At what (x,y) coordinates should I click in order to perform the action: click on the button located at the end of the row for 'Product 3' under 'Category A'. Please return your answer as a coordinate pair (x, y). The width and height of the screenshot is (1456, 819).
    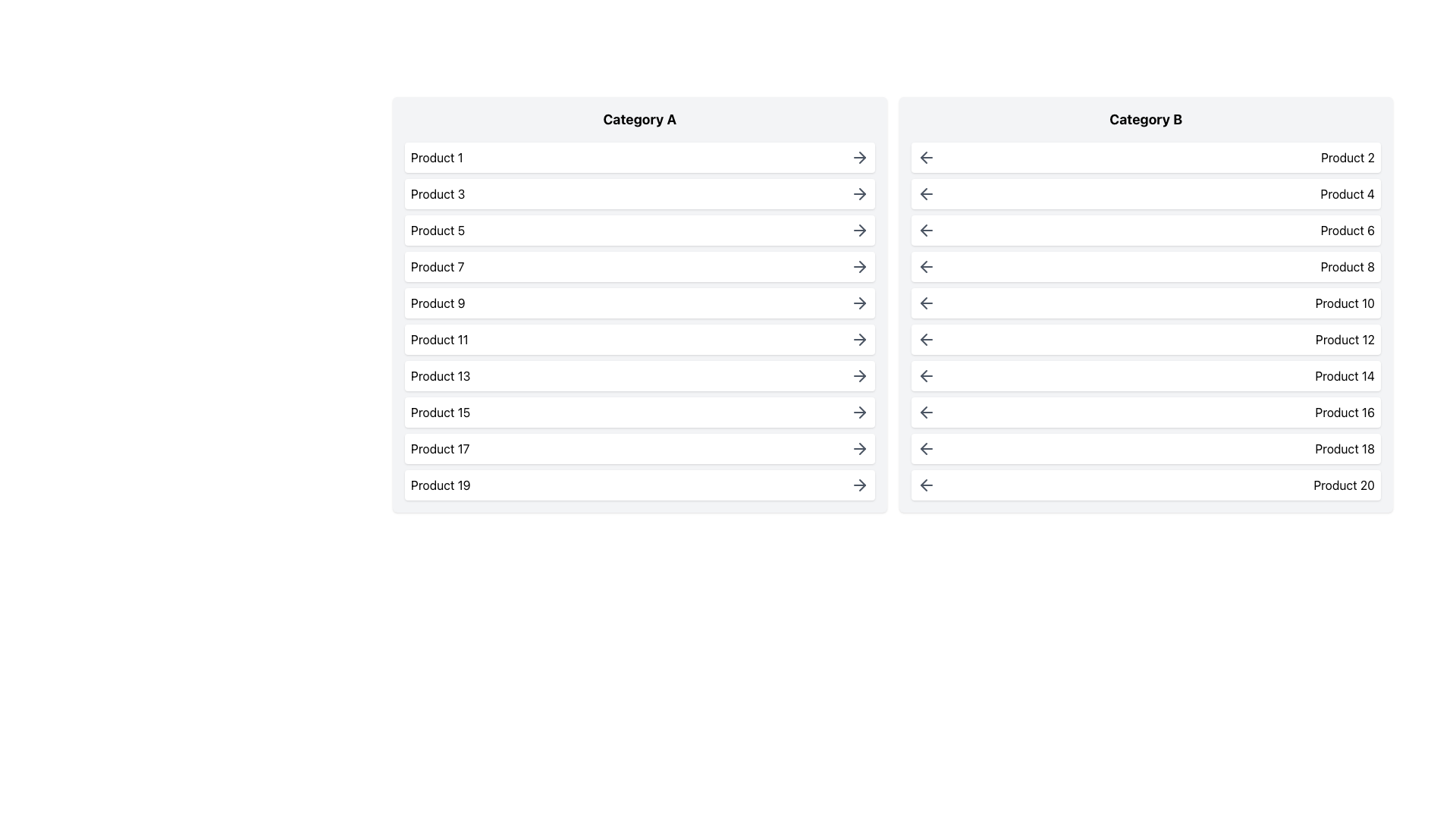
    Looking at the image, I should click on (859, 193).